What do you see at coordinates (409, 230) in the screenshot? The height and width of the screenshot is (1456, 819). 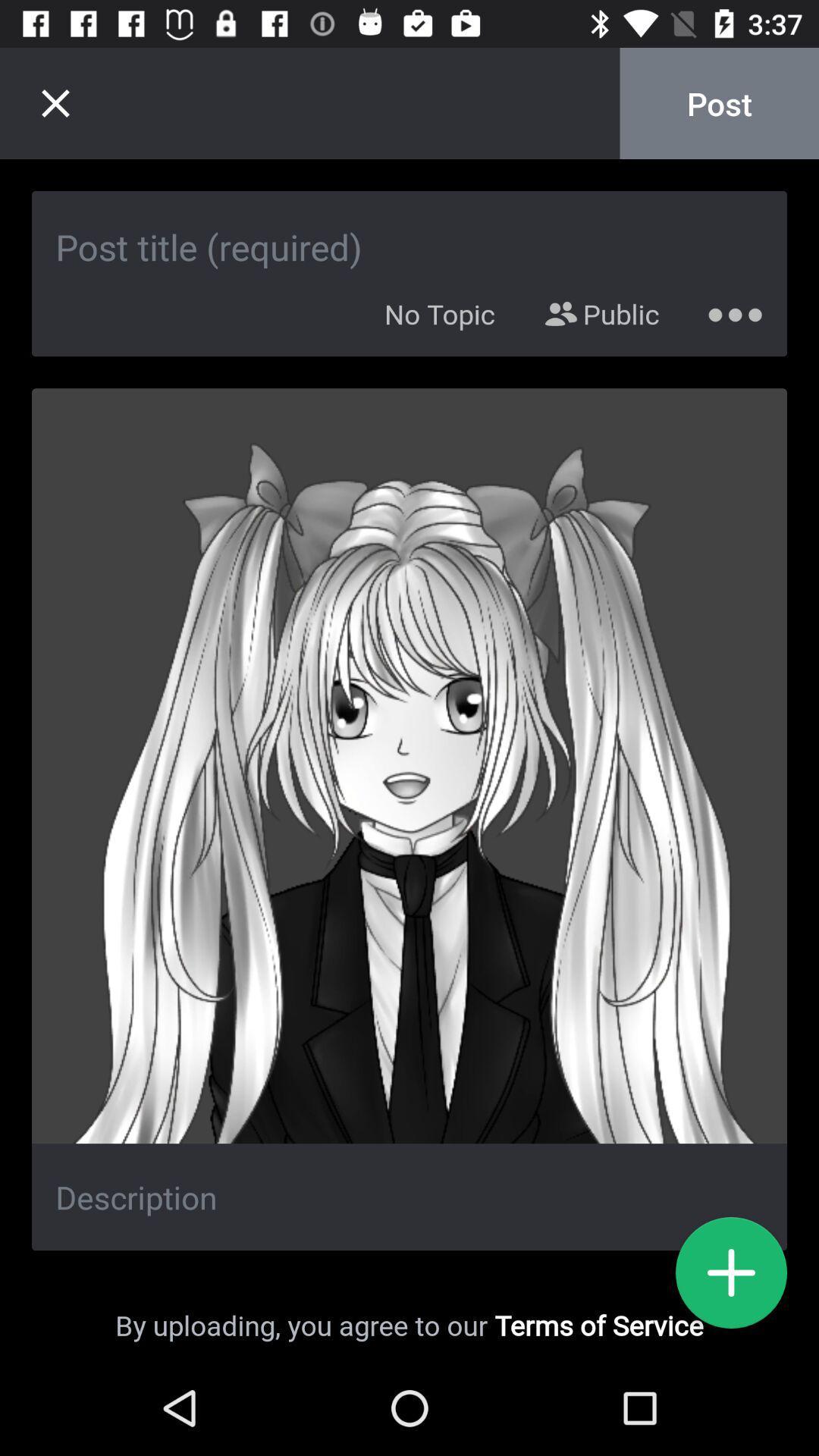 I see `blank for writting title` at bounding box center [409, 230].